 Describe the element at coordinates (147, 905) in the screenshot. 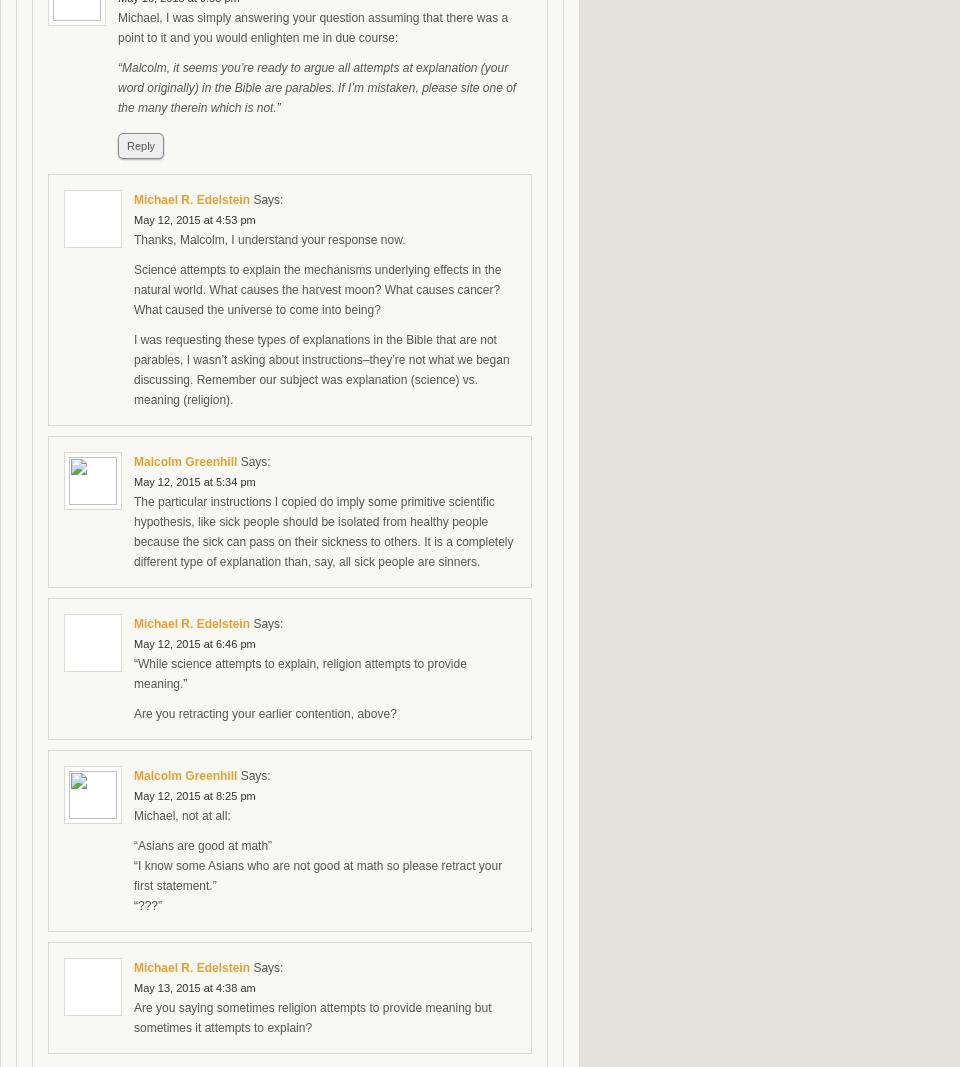

I see `'“???”'` at that location.